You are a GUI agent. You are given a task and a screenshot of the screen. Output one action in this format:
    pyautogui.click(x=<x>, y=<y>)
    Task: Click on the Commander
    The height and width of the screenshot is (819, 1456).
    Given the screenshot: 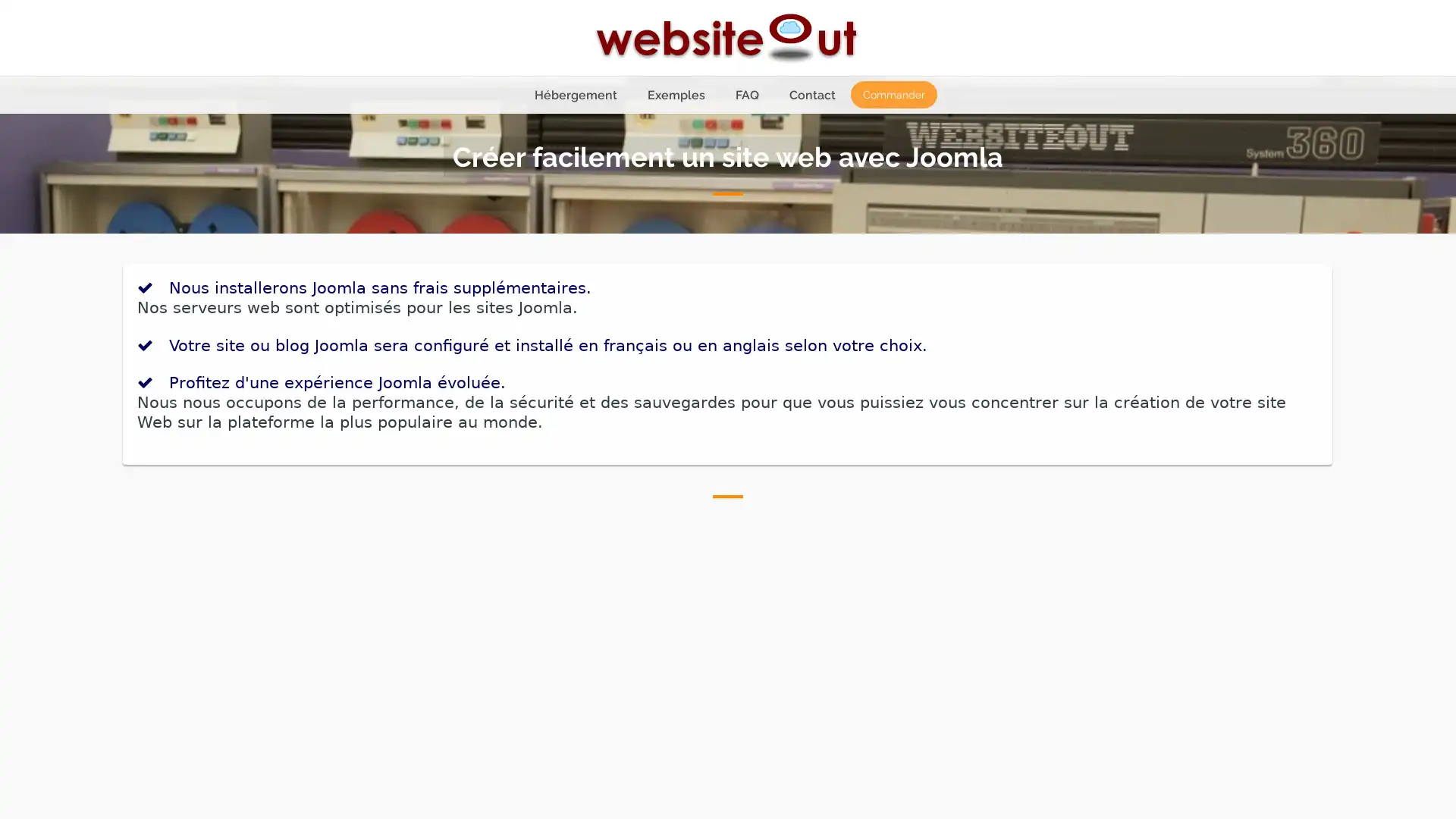 What is the action you would take?
    pyautogui.click(x=893, y=94)
    